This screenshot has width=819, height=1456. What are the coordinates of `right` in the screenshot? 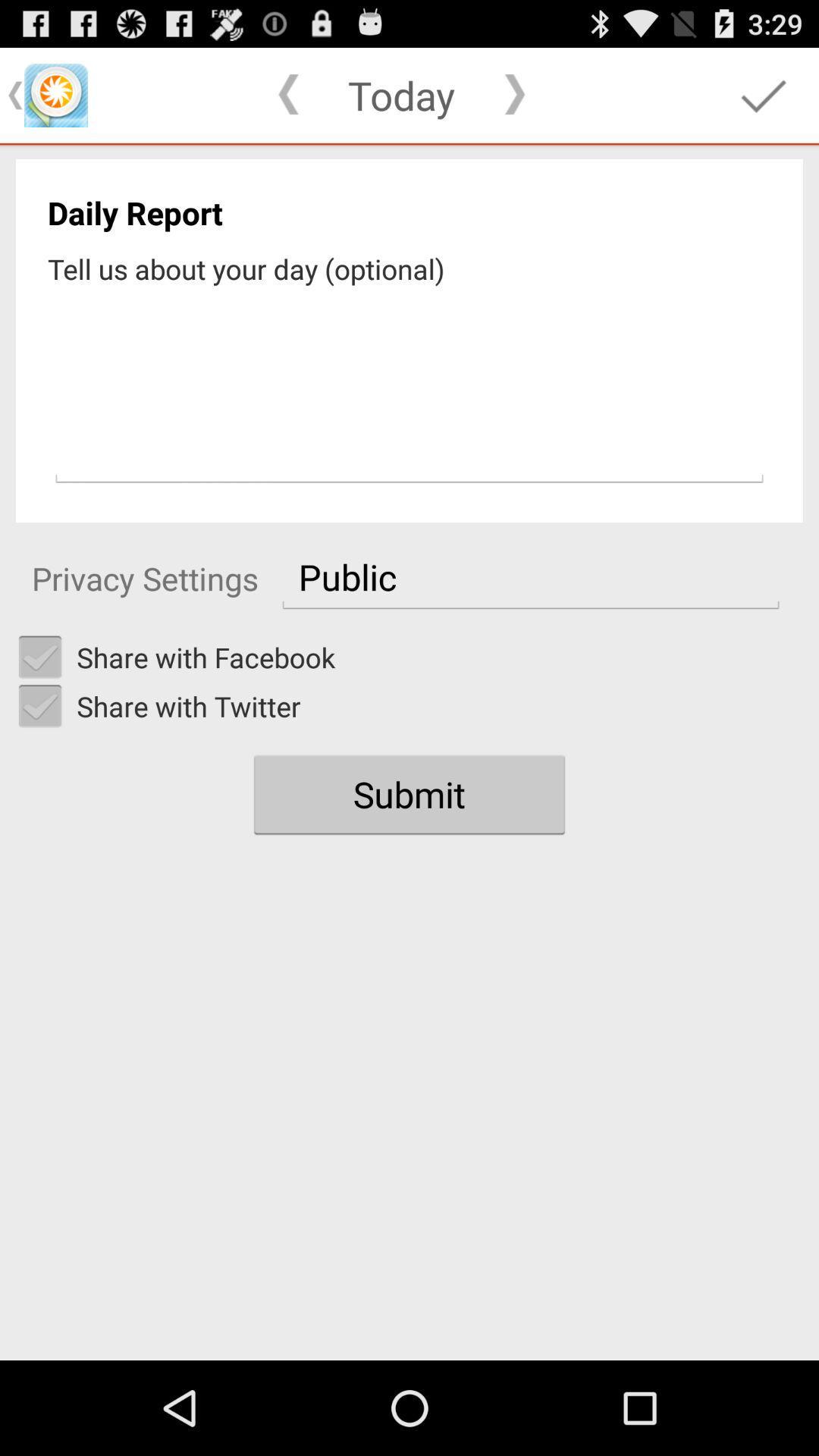 It's located at (39, 657).